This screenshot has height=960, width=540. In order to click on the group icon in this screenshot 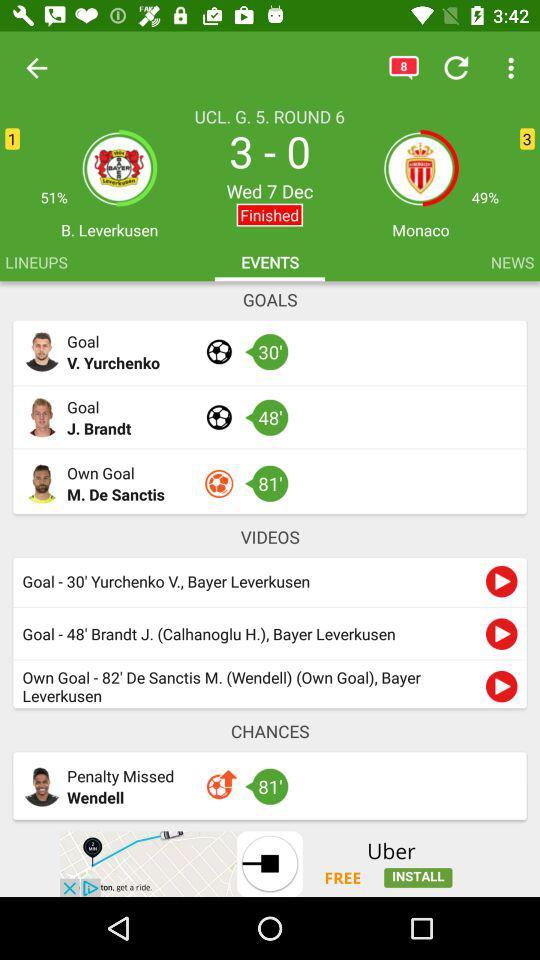, I will do `click(419, 167)`.